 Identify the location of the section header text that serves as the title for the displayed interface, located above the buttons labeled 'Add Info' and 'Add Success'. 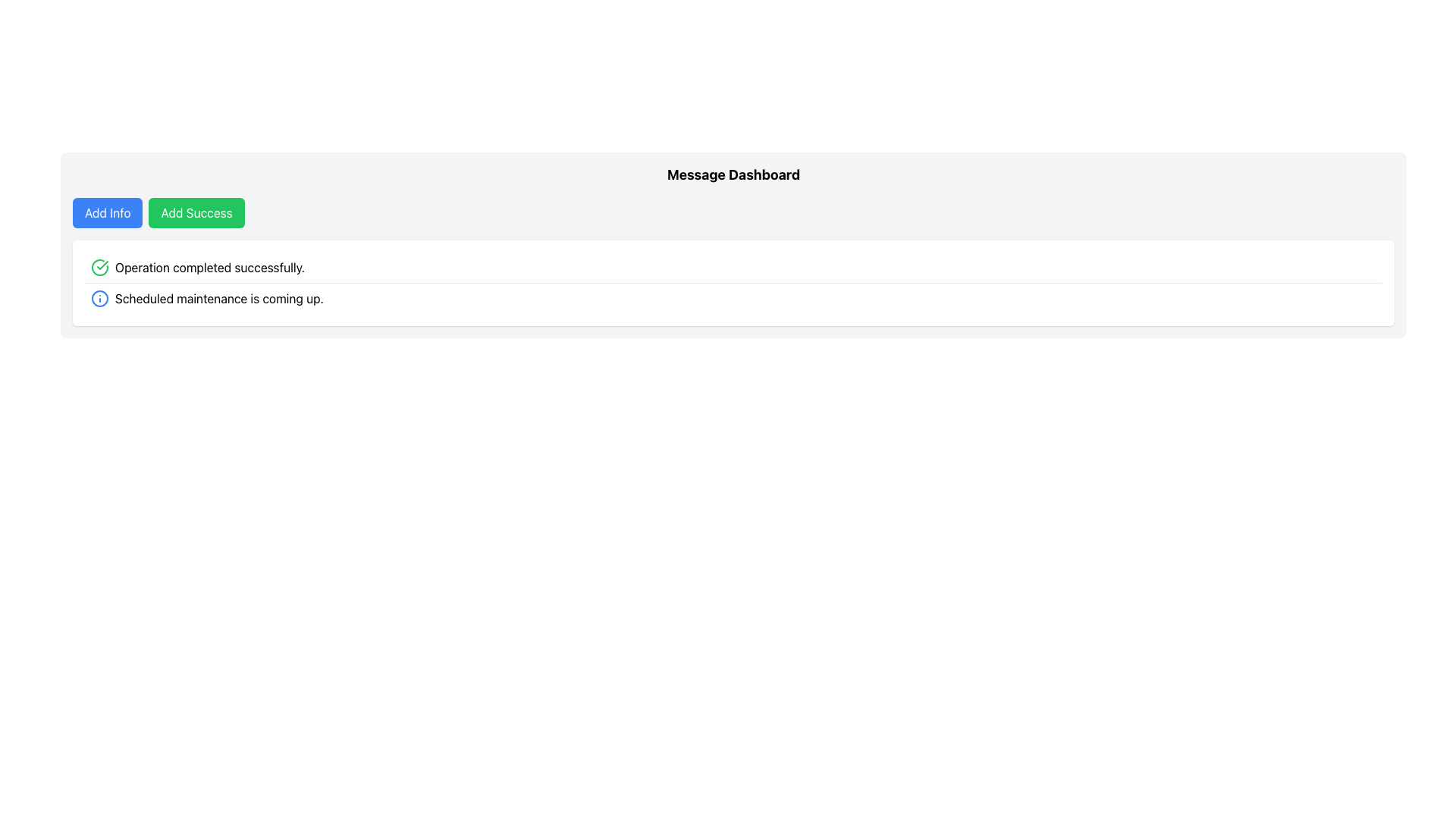
(733, 174).